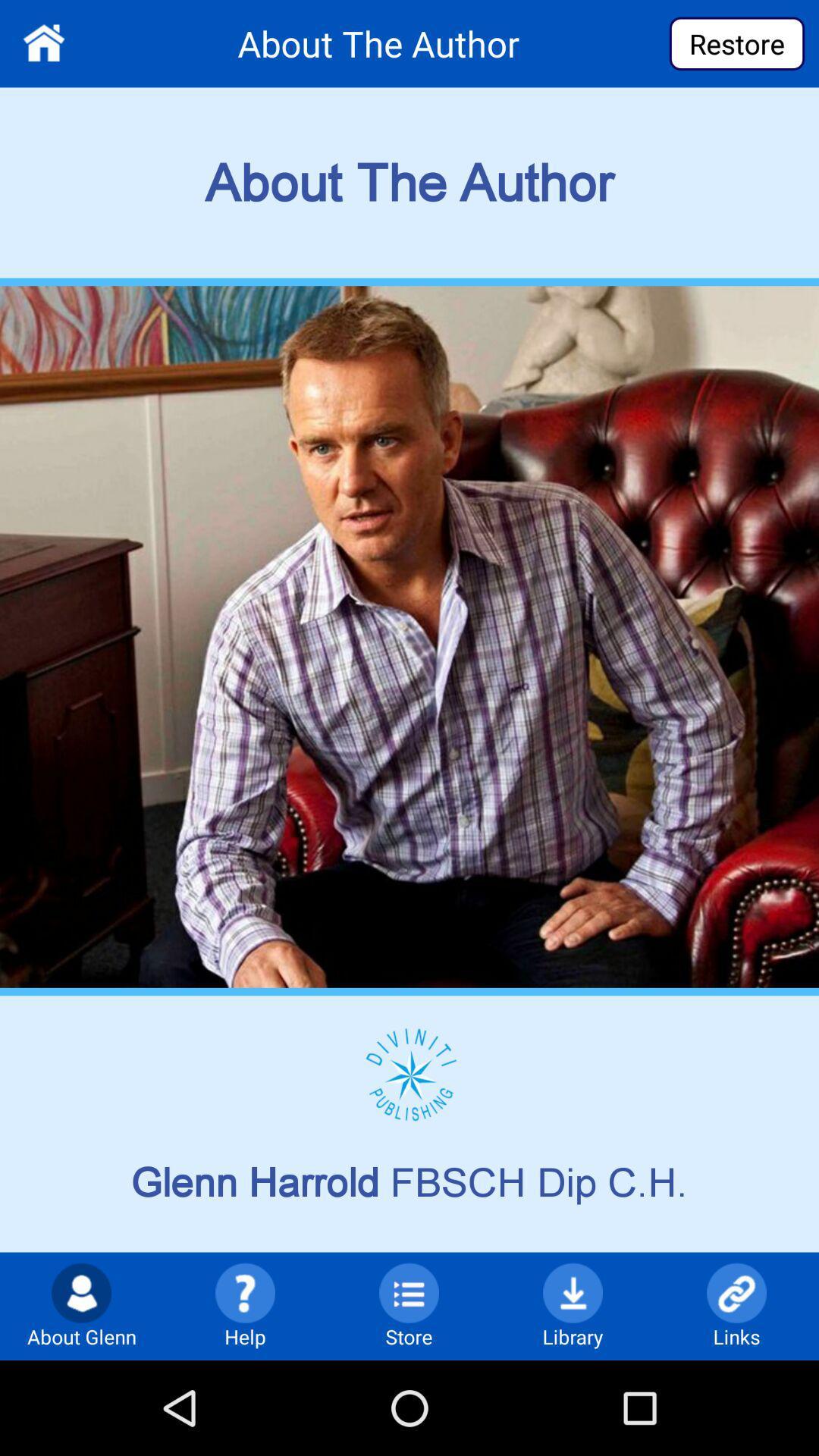  What do you see at coordinates (736, 1291) in the screenshot?
I see `link icon at the bottom of the page` at bounding box center [736, 1291].